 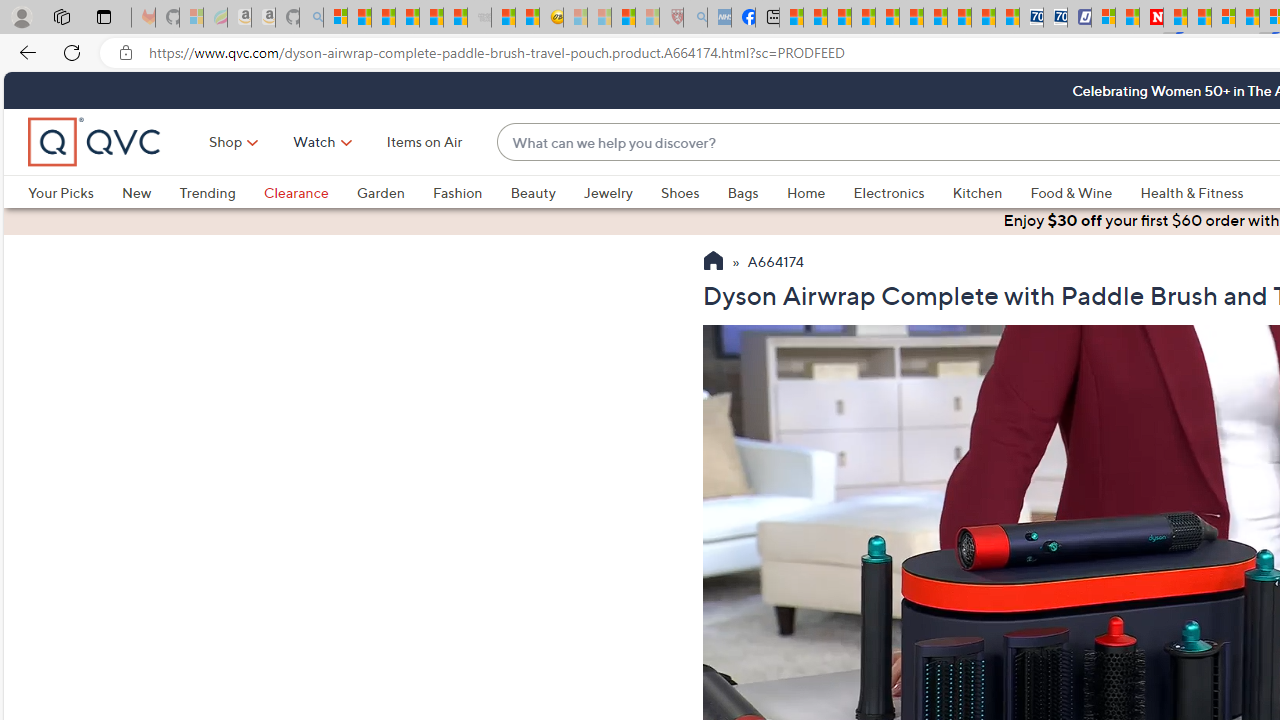 What do you see at coordinates (1192, 192) in the screenshot?
I see `'Health & Fitness'` at bounding box center [1192, 192].